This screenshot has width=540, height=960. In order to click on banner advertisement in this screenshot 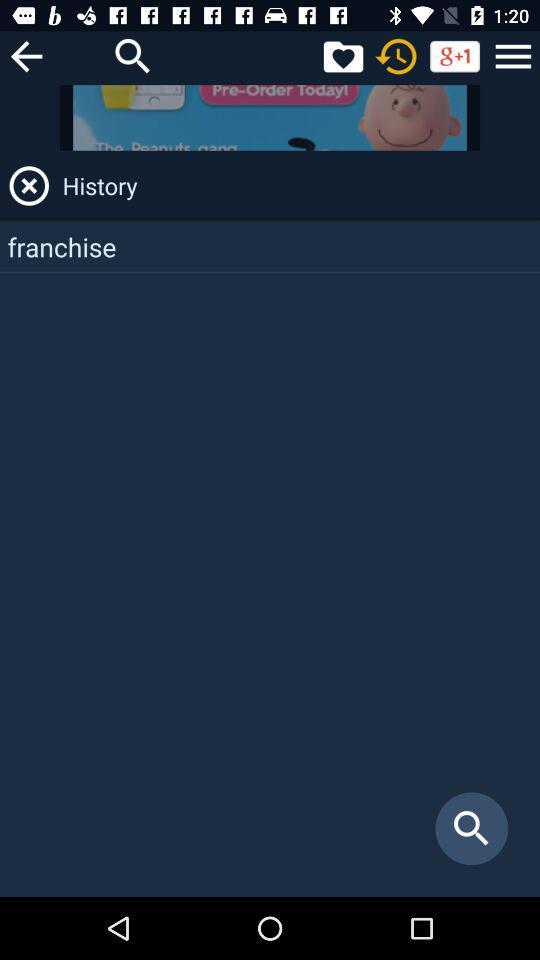, I will do `click(270, 117)`.